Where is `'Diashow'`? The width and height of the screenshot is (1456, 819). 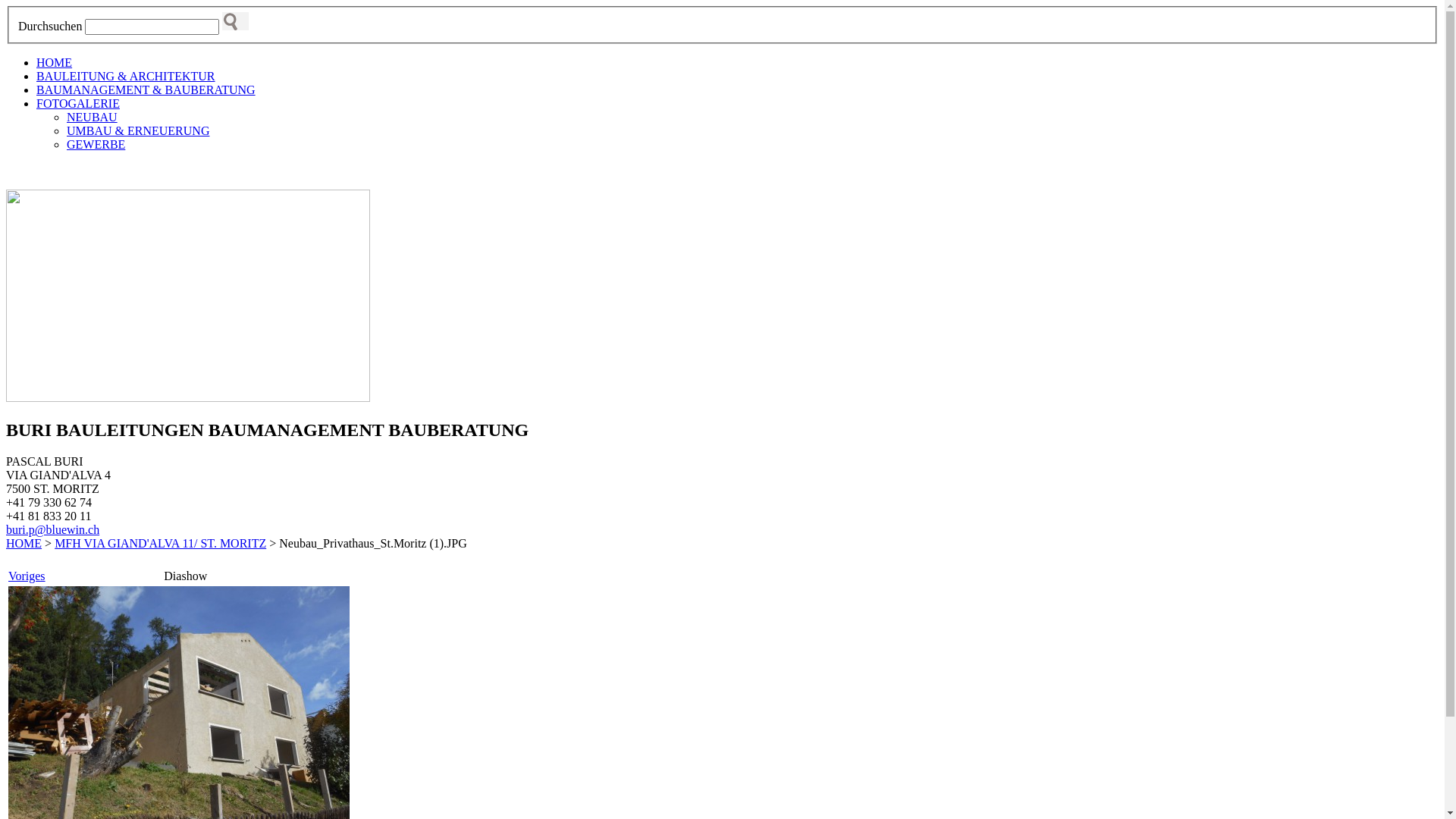
'Diashow' is located at coordinates (184, 576).